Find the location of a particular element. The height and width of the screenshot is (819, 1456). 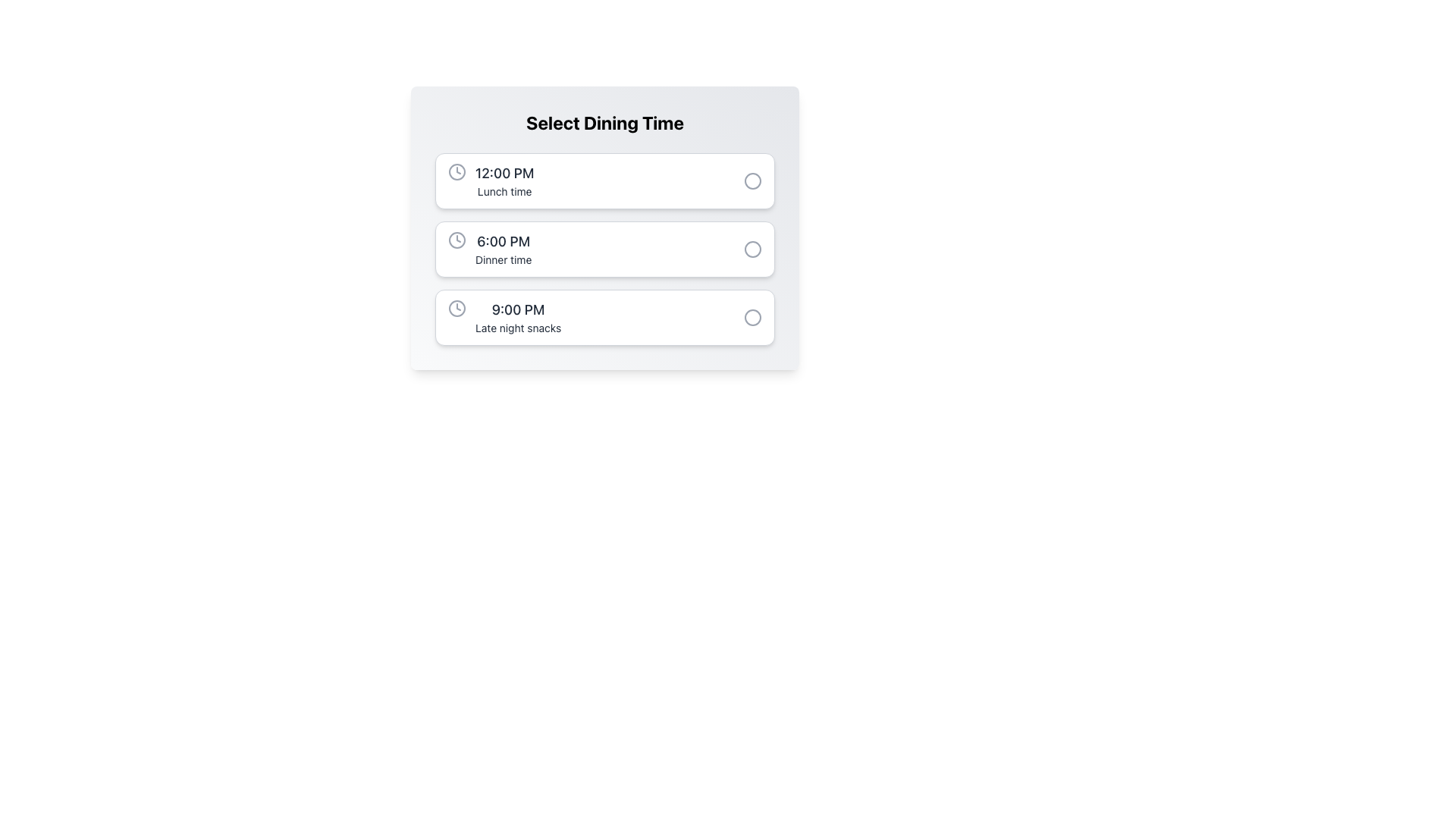

the radio button selector corresponding to the '6:00 PM' option in the 'Select Dining Time' dialog box is located at coordinates (753, 248).